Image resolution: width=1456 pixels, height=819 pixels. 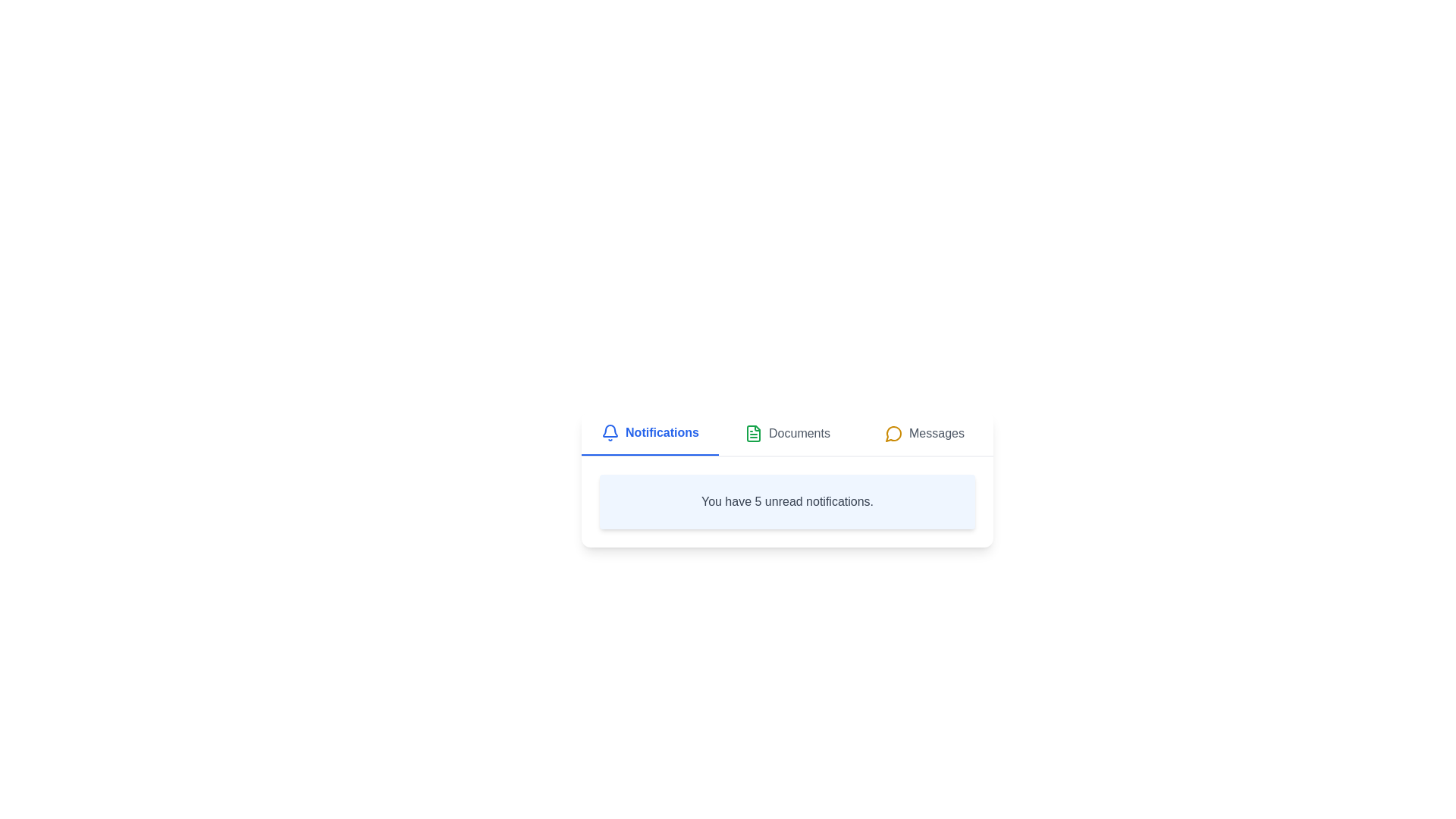 I want to click on the tab labeled Messages, so click(x=924, y=433).